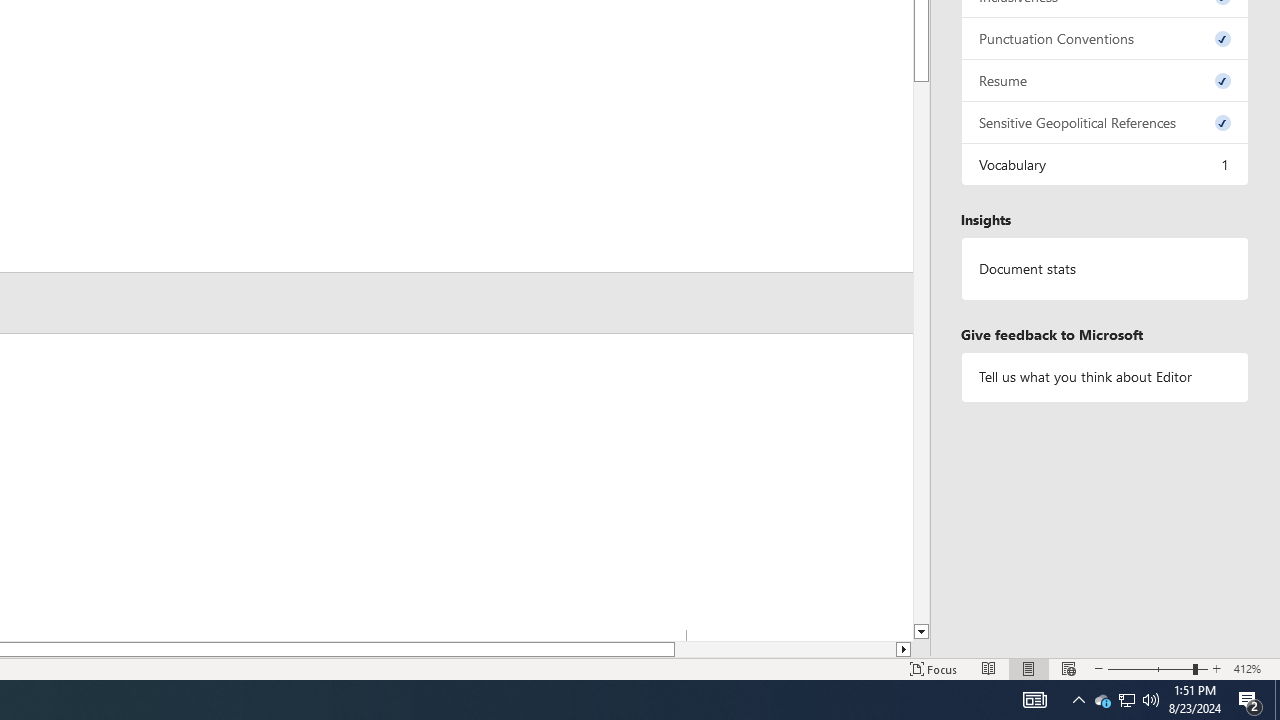  Describe the element at coordinates (1104, 79) in the screenshot. I see `'Resume, 0 issues. Press space or enter to review items.'` at that location.